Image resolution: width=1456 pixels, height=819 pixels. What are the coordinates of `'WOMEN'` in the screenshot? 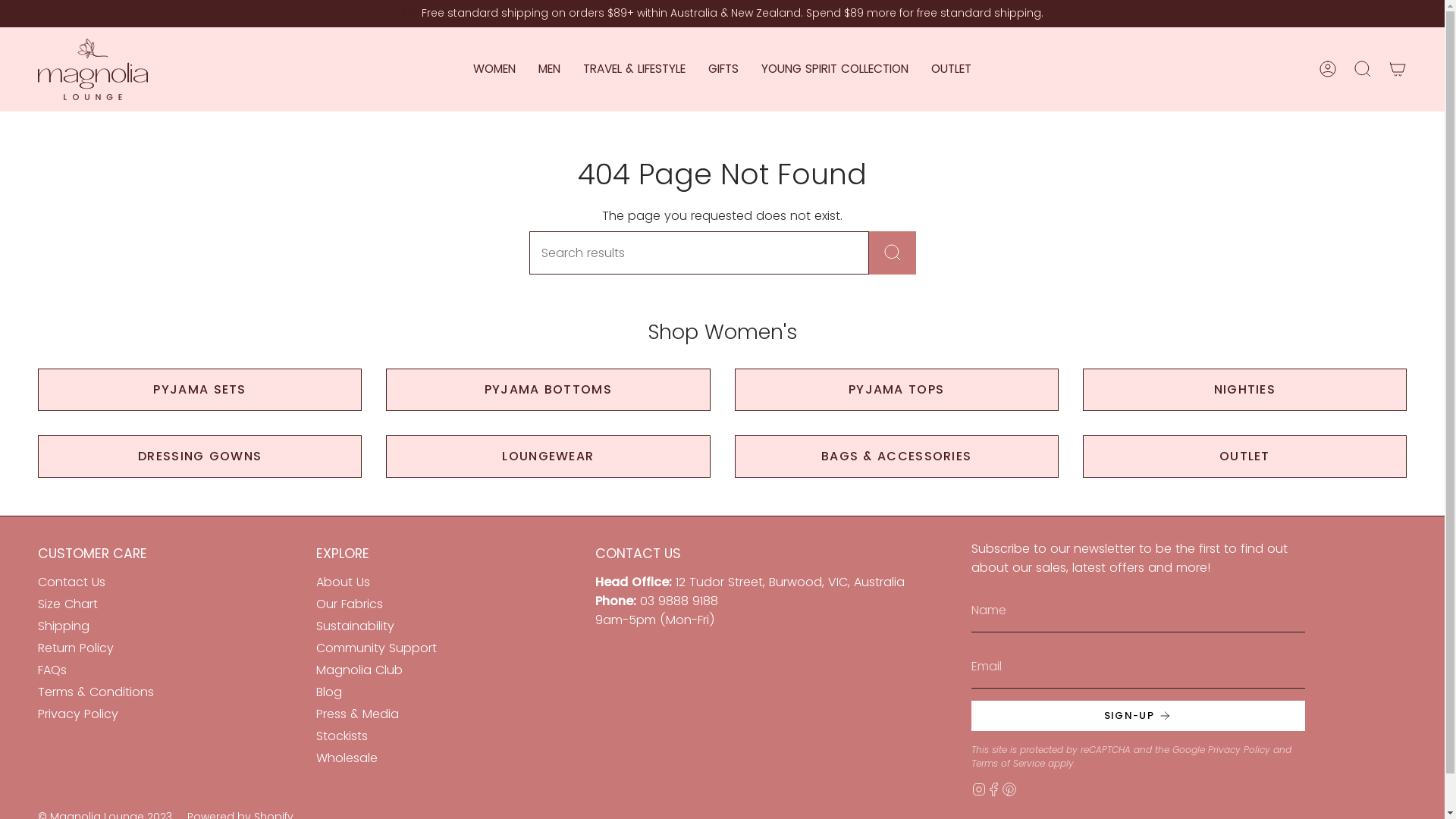 It's located at (494, 69).